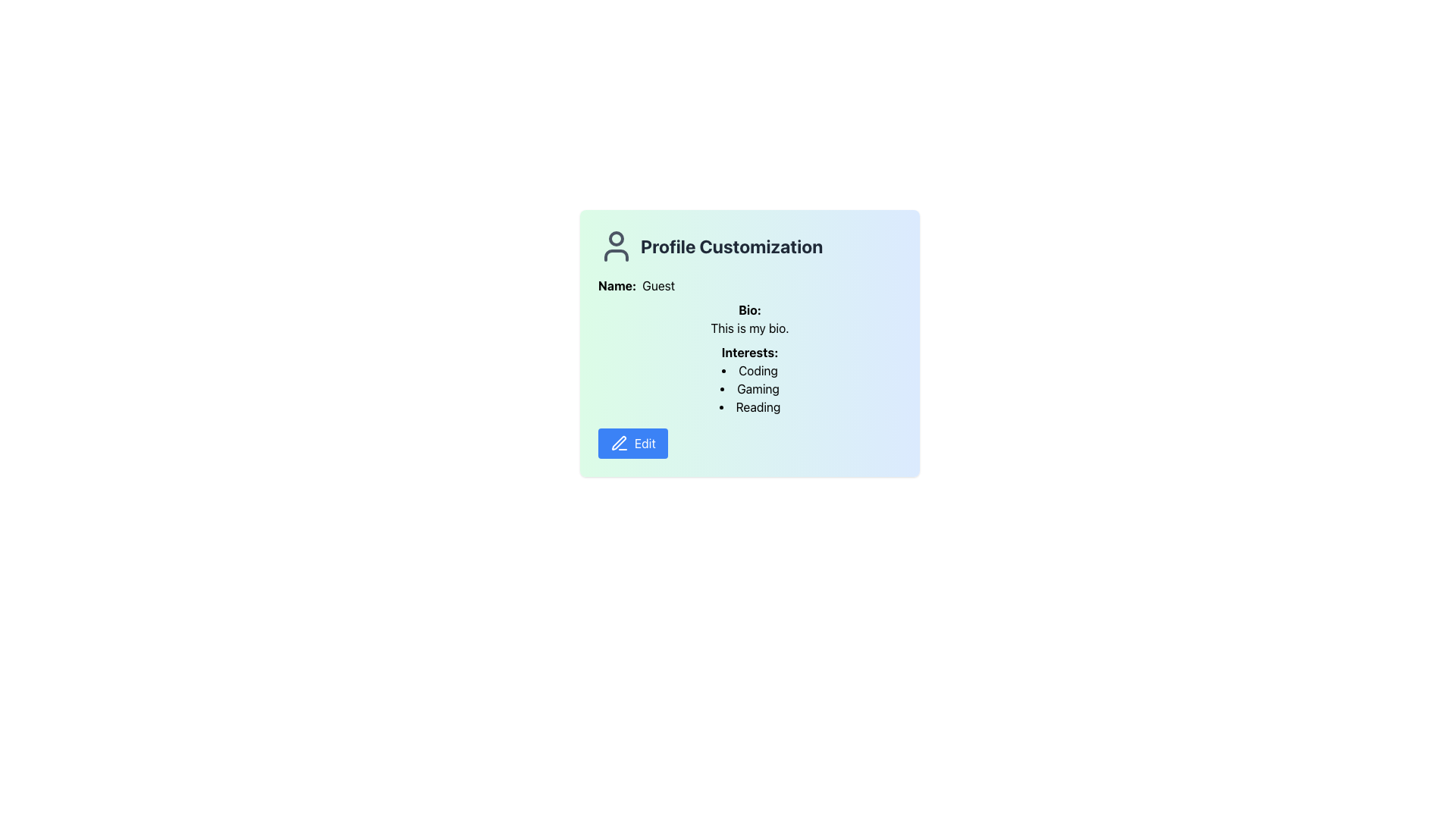 The width and height of the screenshot is (1456, 819). What do you see at coordinates (749, 388) in the screenshot?
I see `the Unordered List displaying the user's interests, located in the profile customization interface below the 'Interests:' section` at bounding box center [749, 388].